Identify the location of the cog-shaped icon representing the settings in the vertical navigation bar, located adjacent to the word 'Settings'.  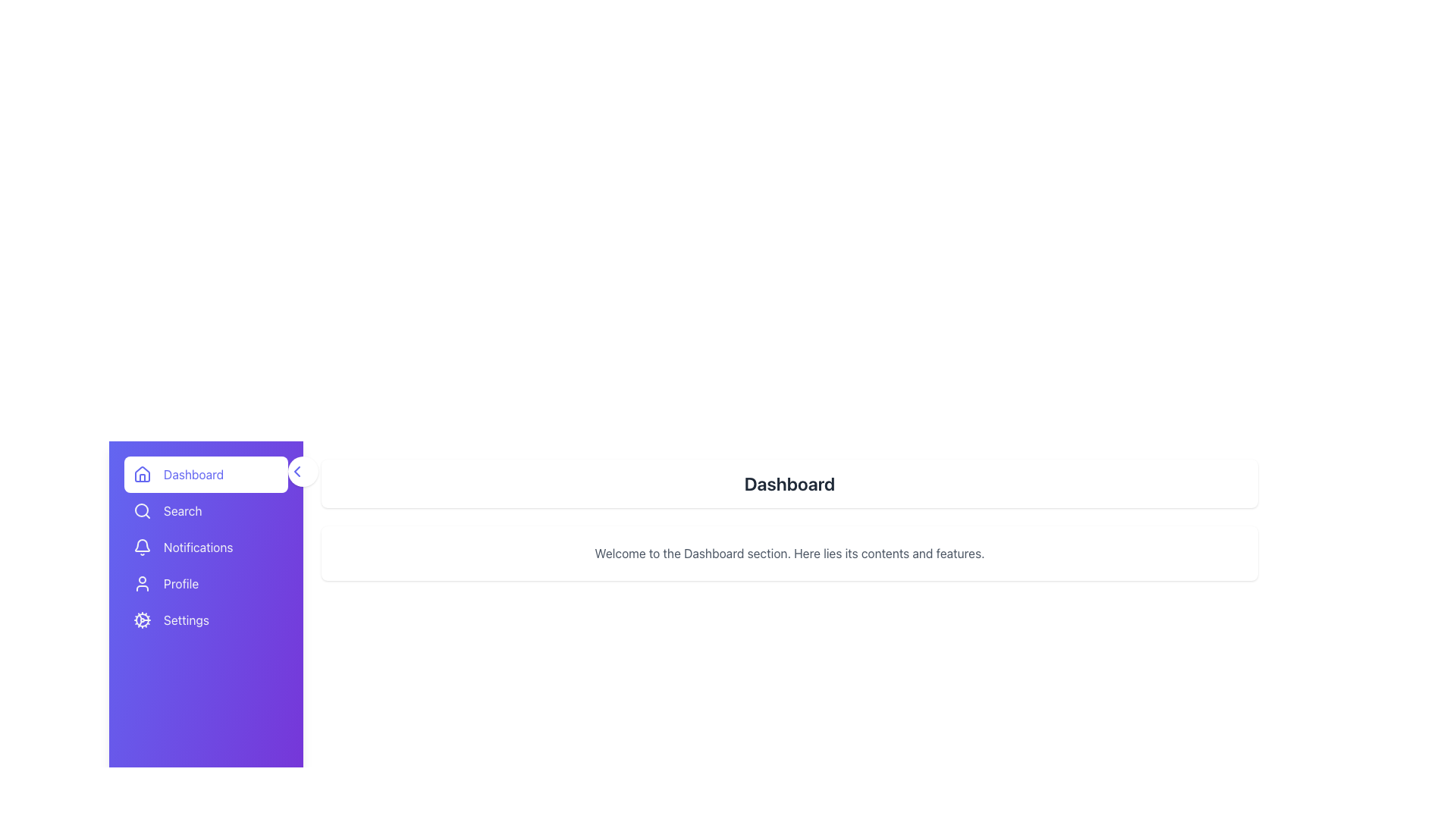
(142, 620).